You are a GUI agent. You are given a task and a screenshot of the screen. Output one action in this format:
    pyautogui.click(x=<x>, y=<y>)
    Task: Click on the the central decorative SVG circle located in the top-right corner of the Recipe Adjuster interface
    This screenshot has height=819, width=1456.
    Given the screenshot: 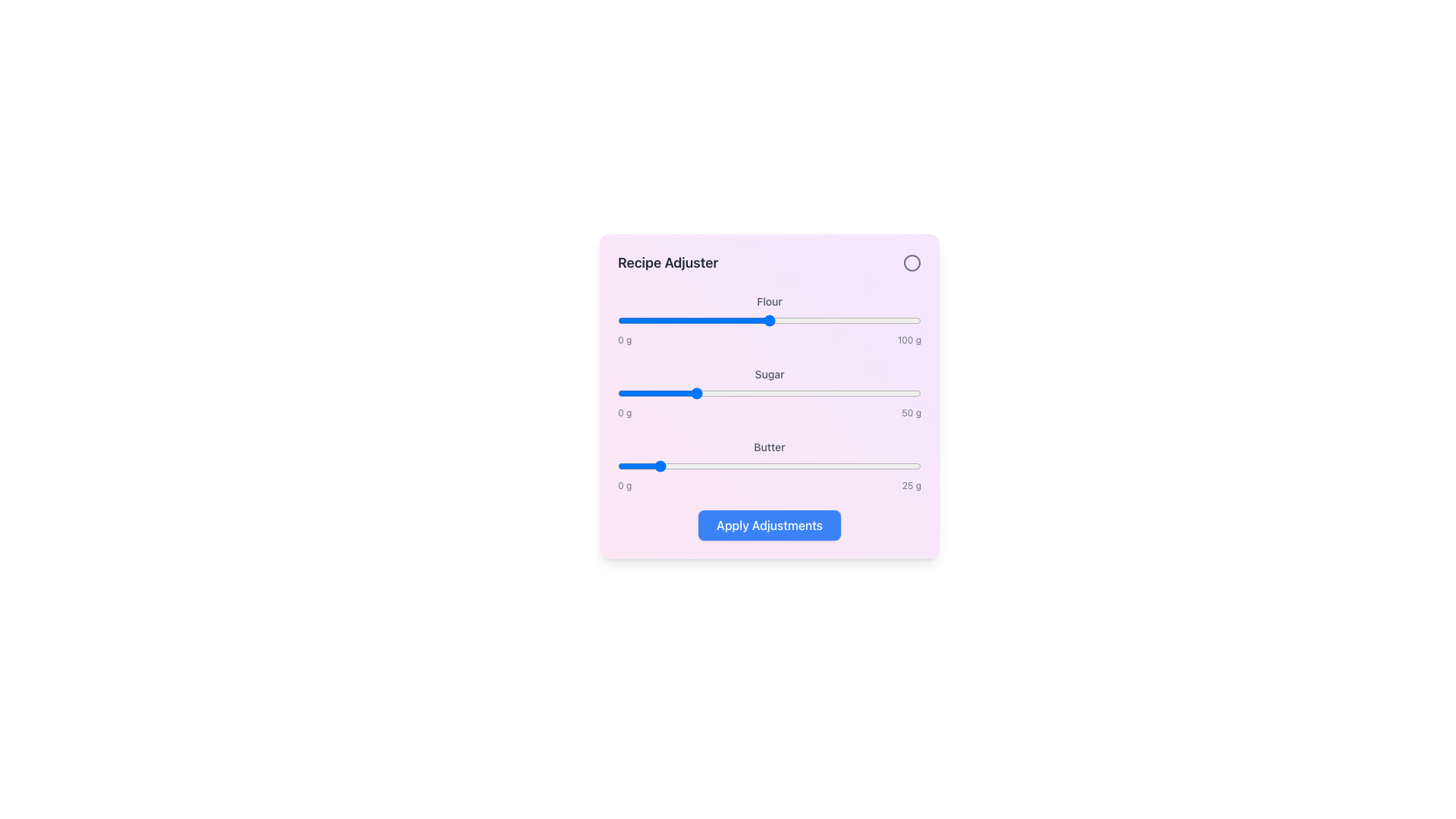 What is the action you would take?
    pyautogui.click(x=912, y=262)
    